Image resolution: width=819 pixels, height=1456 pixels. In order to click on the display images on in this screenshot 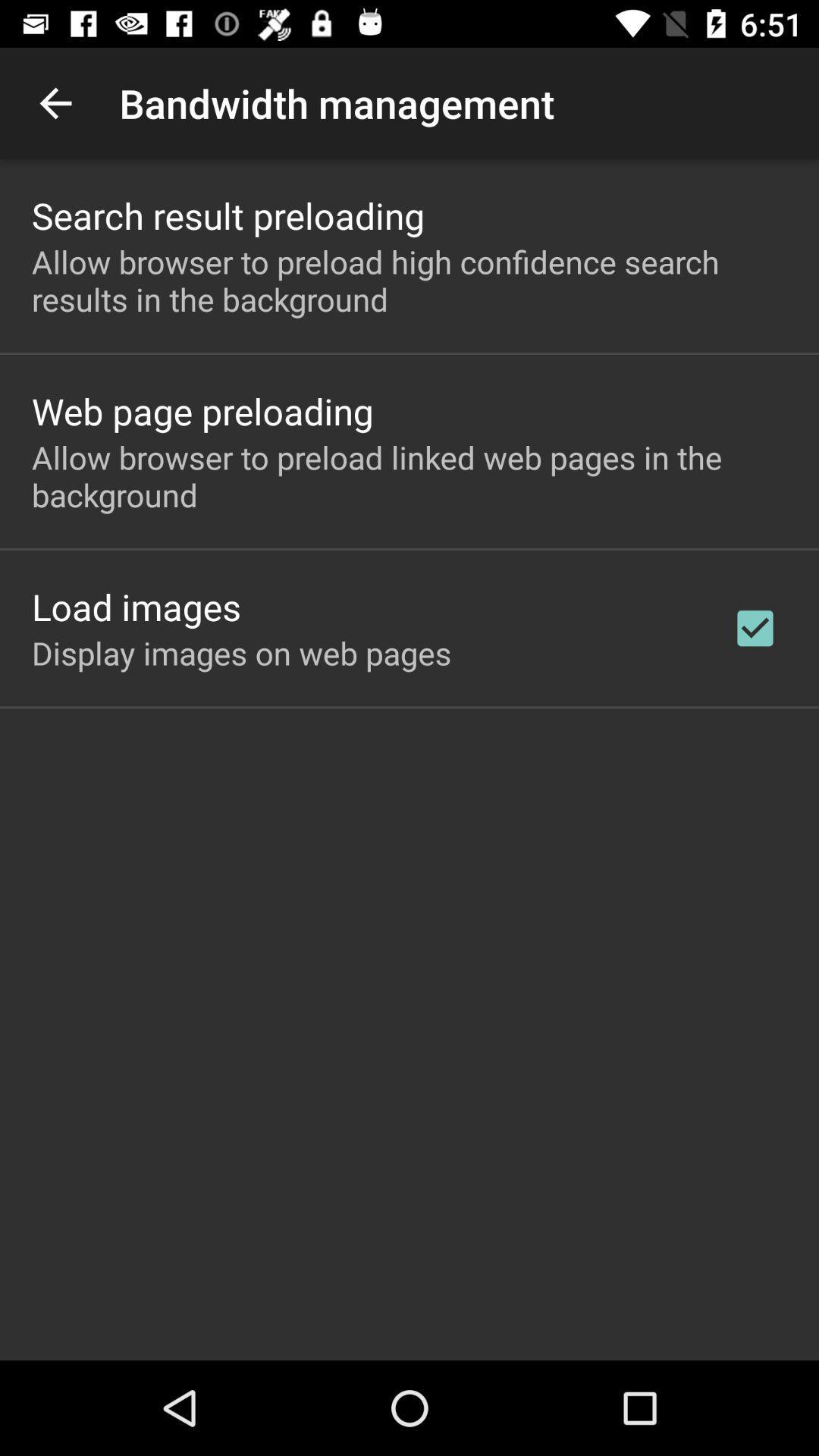, I will do `click(240, 652)`.